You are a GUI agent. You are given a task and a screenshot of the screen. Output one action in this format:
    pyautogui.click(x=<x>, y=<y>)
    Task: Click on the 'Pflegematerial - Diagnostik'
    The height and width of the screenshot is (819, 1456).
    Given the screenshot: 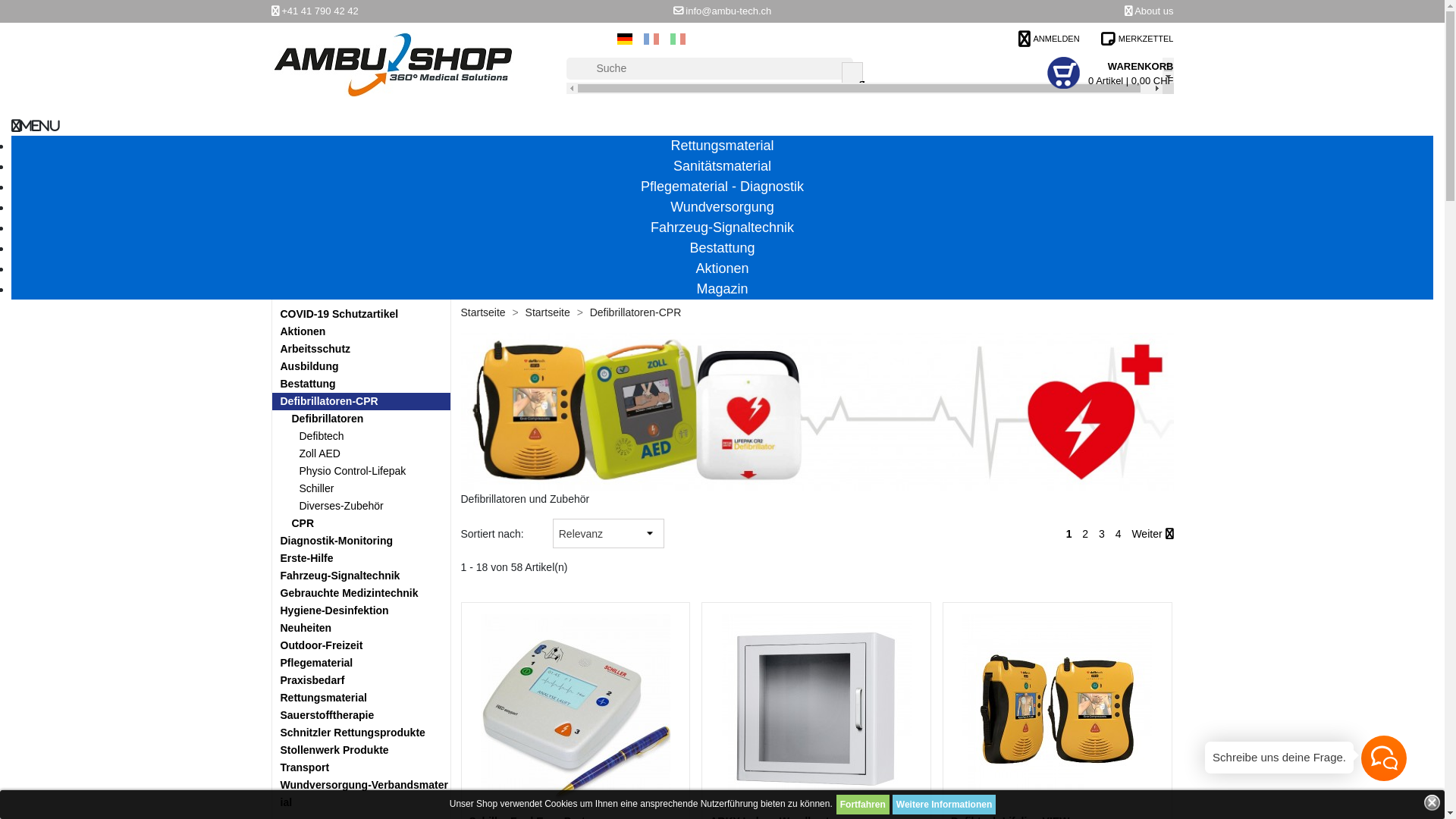 What is the action you would take?
    pyautogui.click(x=640, y=186)
    